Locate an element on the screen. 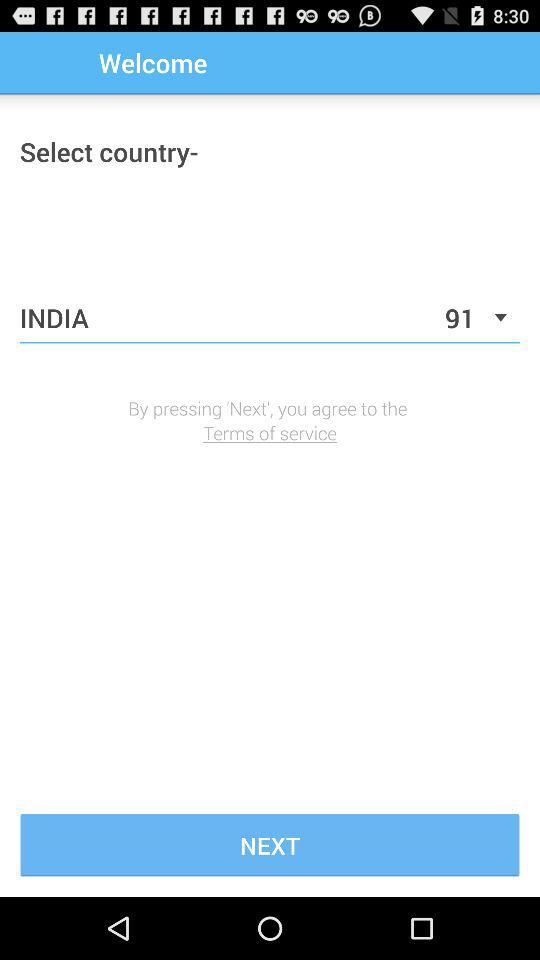  the item above the next is located at coordinates (270, 433).